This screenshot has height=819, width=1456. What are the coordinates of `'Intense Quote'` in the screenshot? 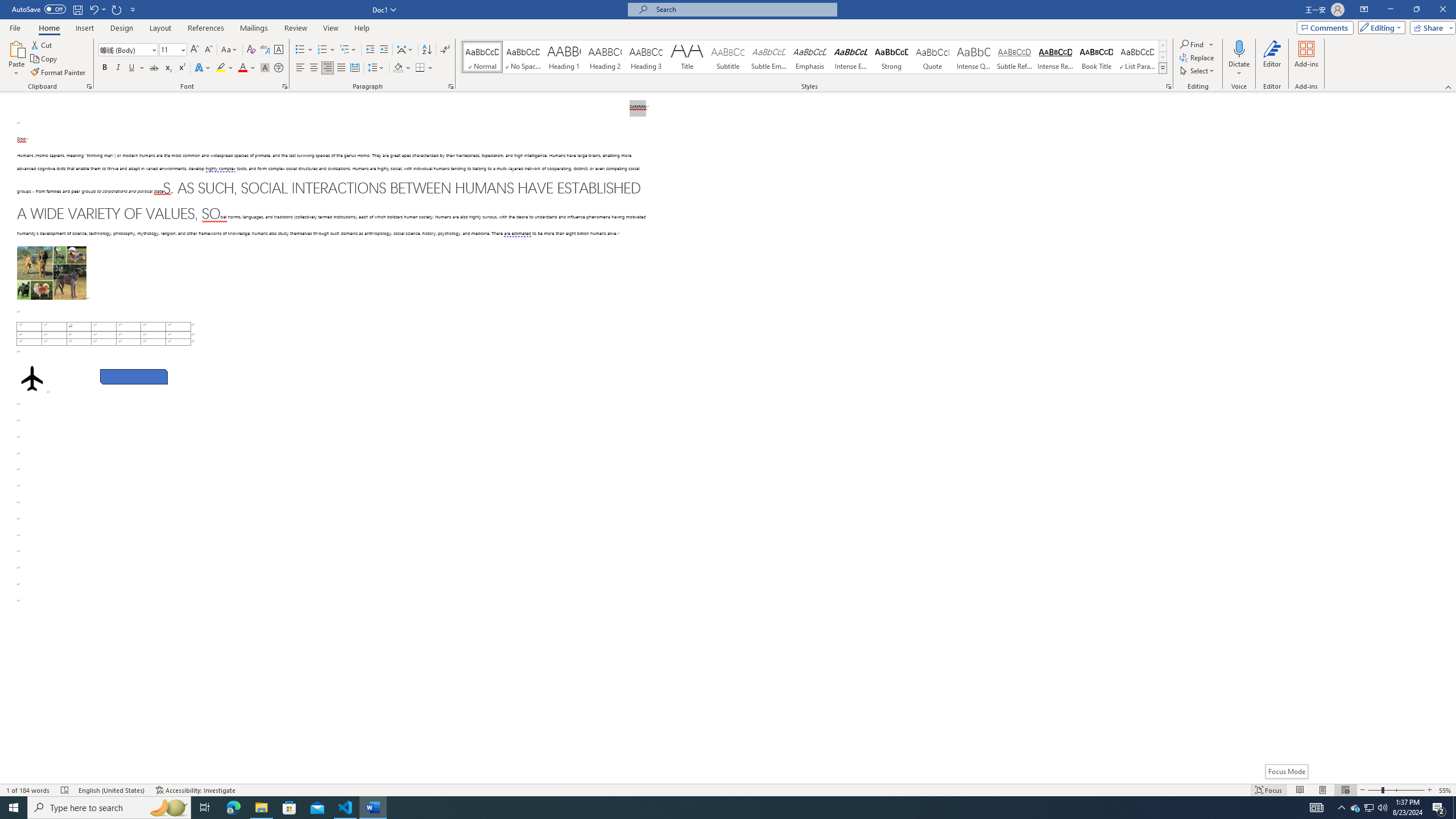 It's located at (974, 56).